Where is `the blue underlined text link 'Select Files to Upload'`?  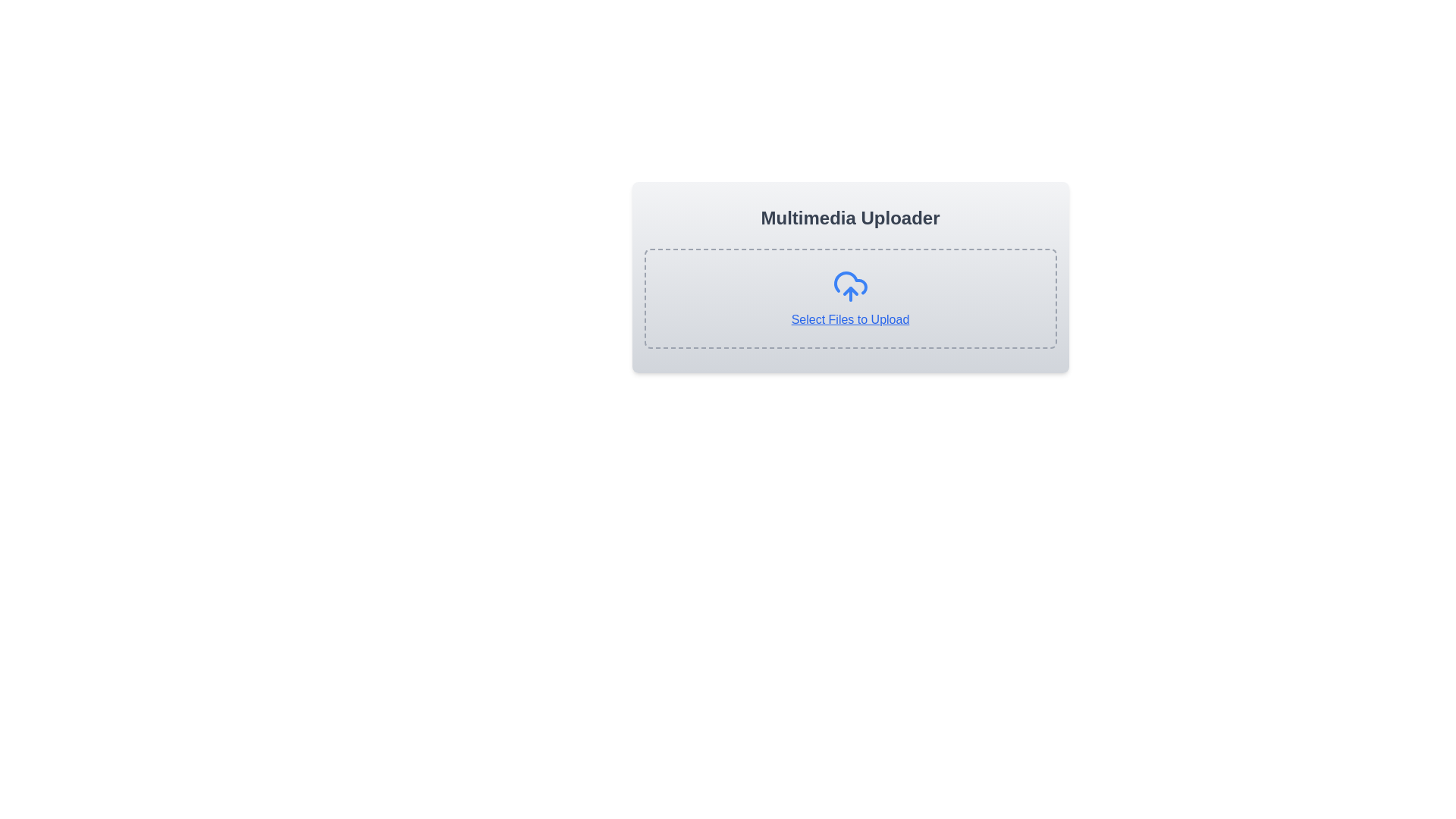
the blue underlined text link 'Select Files to Upload' is located at coordinates (850, 318).